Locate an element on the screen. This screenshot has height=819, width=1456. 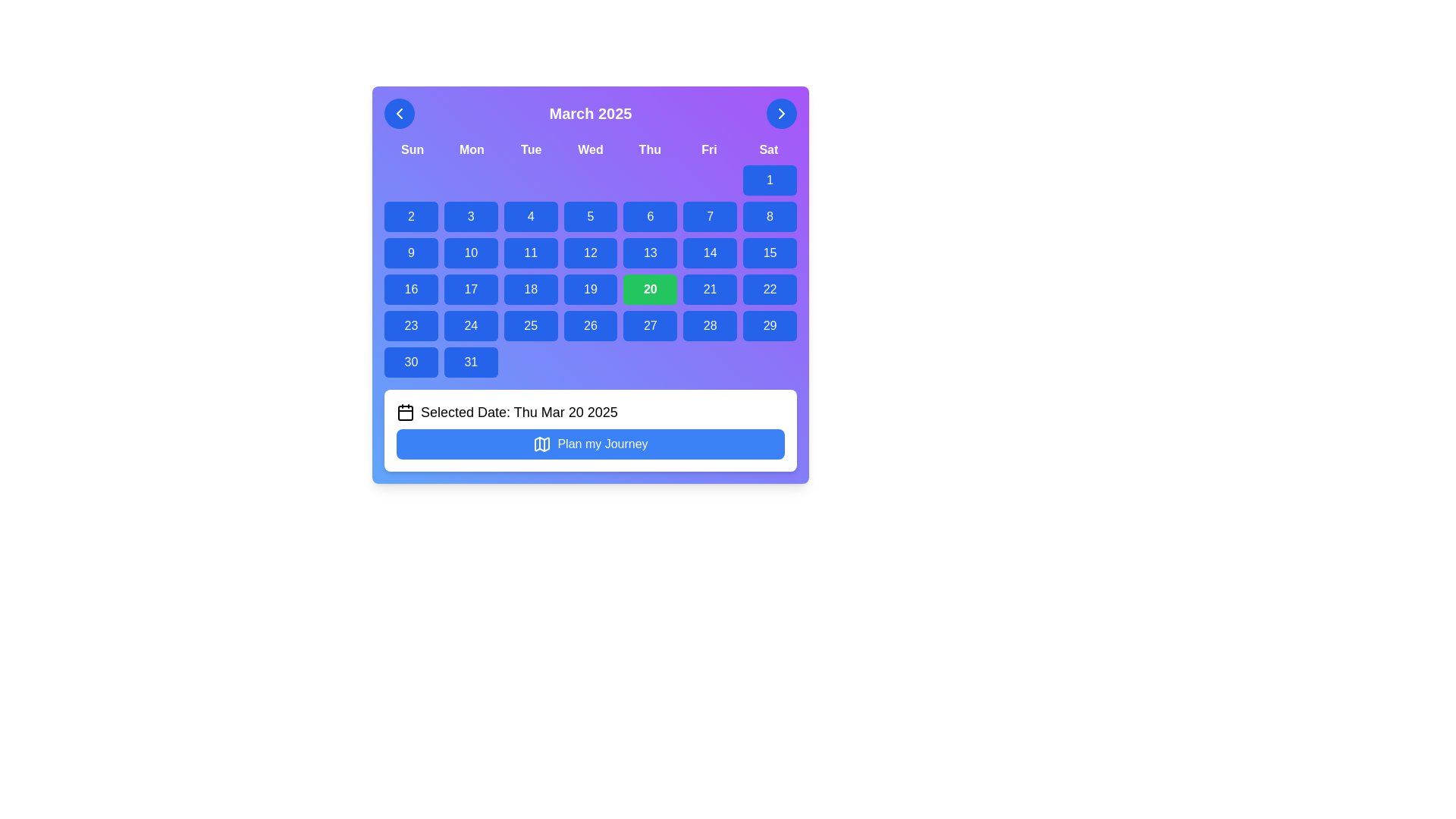
the date selector button for the 20th day in the March 2025 calendar interface is located at coordinates (650, 289).